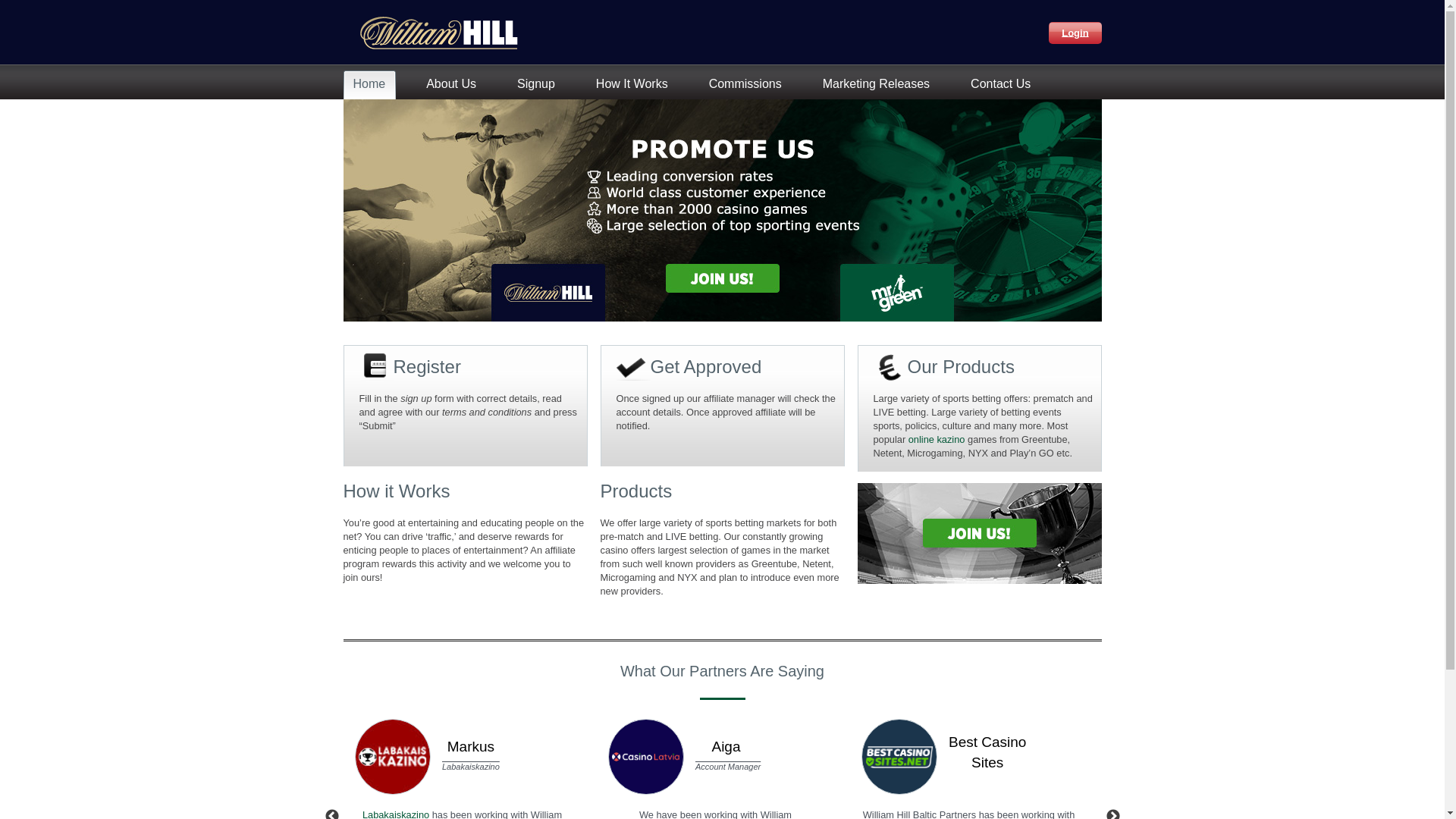  I want to click on 'online kazino', so click(936, 439).